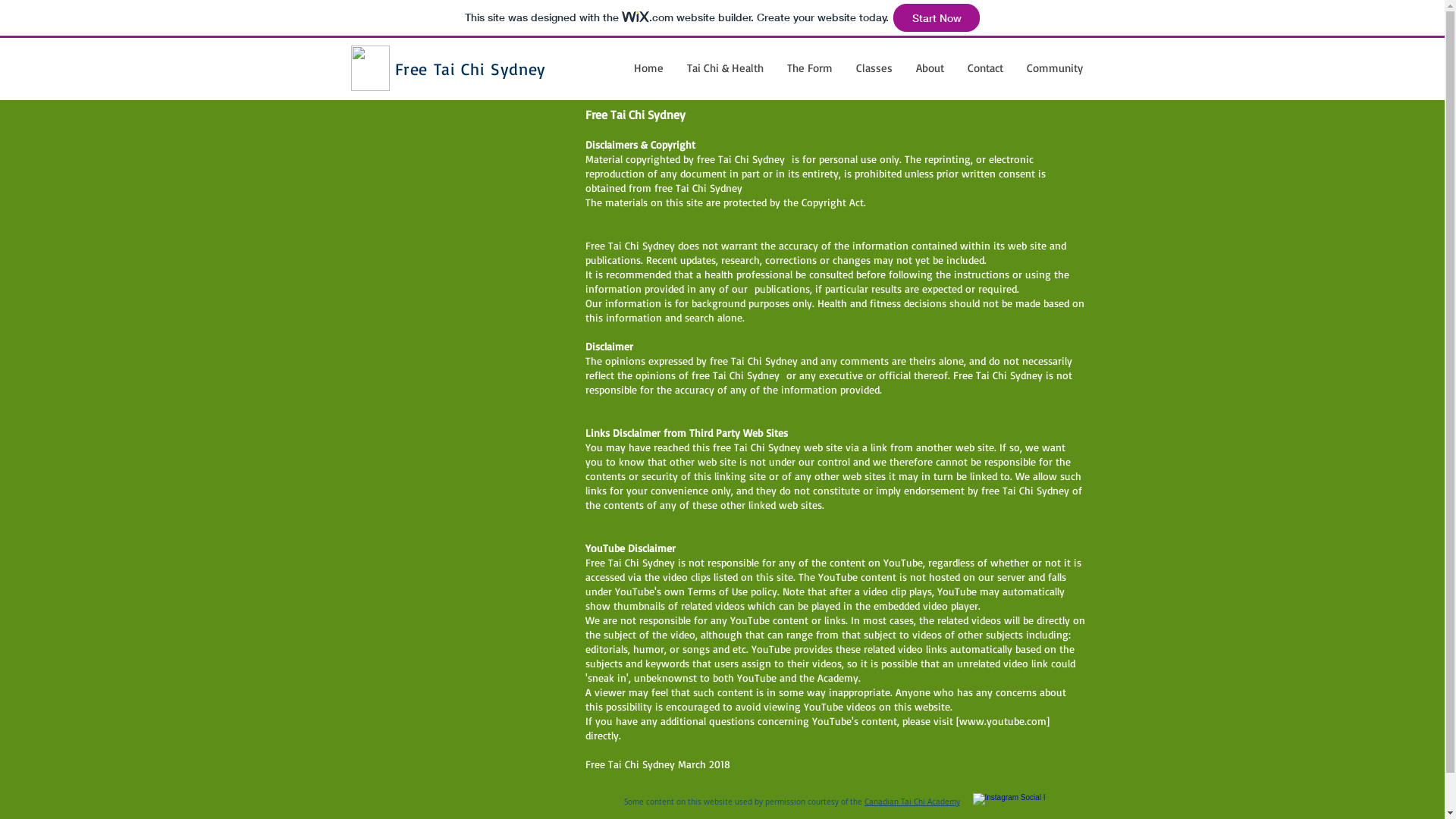 The height and width of the screenshot is (819, 1456). What do you see at coordinates (1002, 720) in the screenshot?
I see `'www.youtube.com'` at bounding box center [1002, 720].